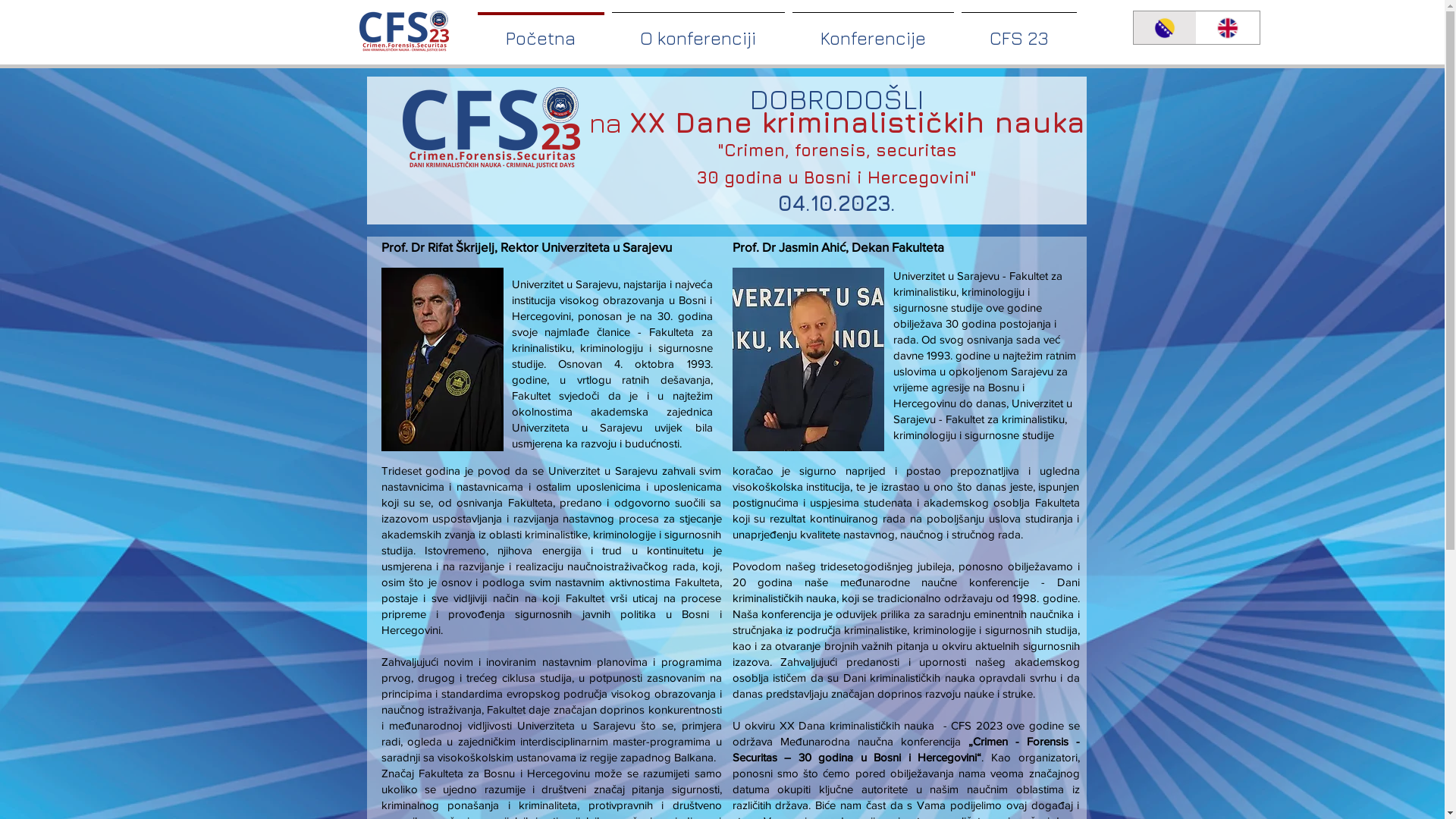 The width and height of the screenshot is (1456, 819). Describe the element at coordinates (1018, 31) in the screenshot. I see `'CFS 23'` at that location.